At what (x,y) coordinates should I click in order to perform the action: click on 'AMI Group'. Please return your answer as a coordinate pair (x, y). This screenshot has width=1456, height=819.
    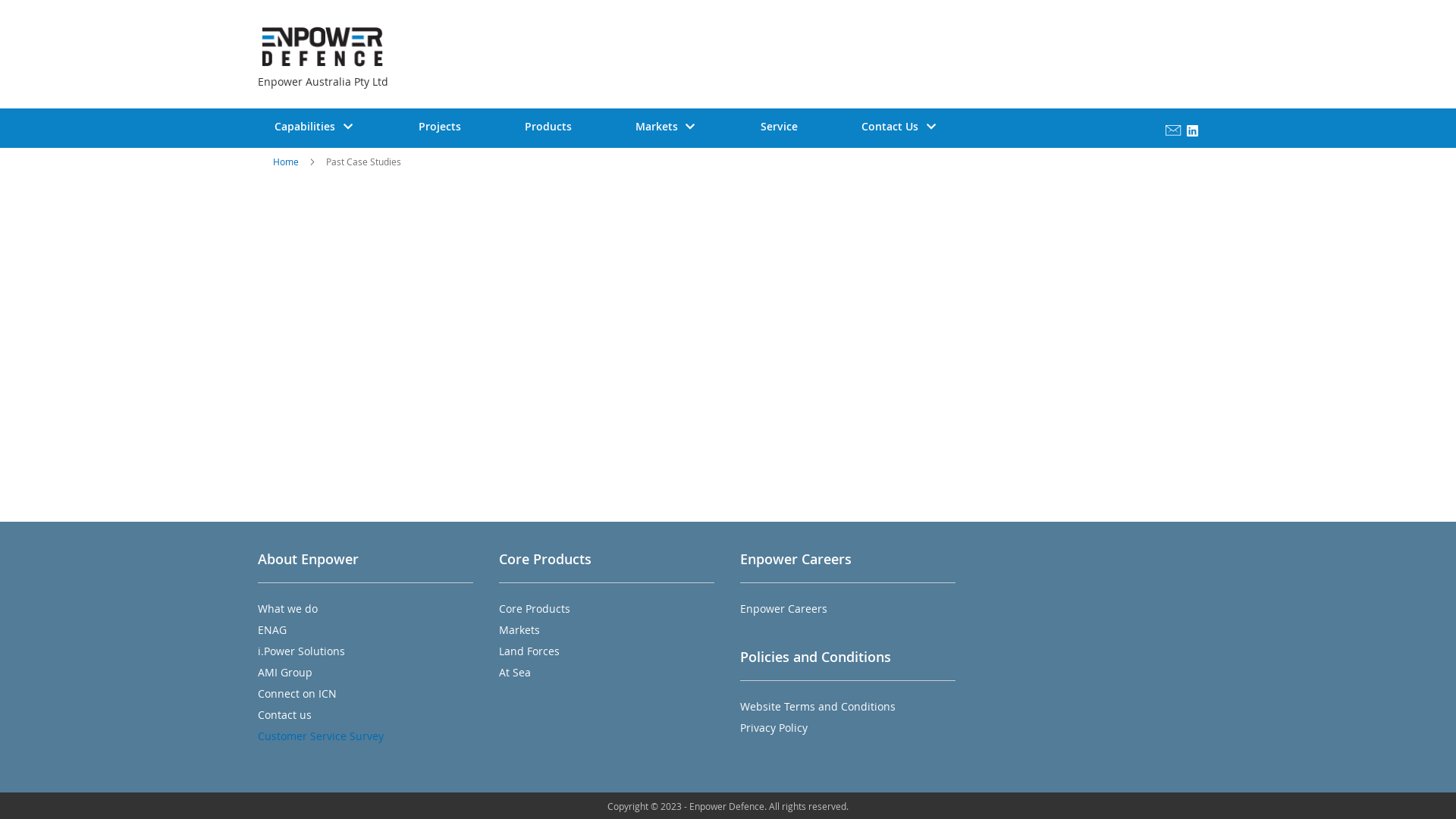
    Looking at the image, I should click on (258, 671).